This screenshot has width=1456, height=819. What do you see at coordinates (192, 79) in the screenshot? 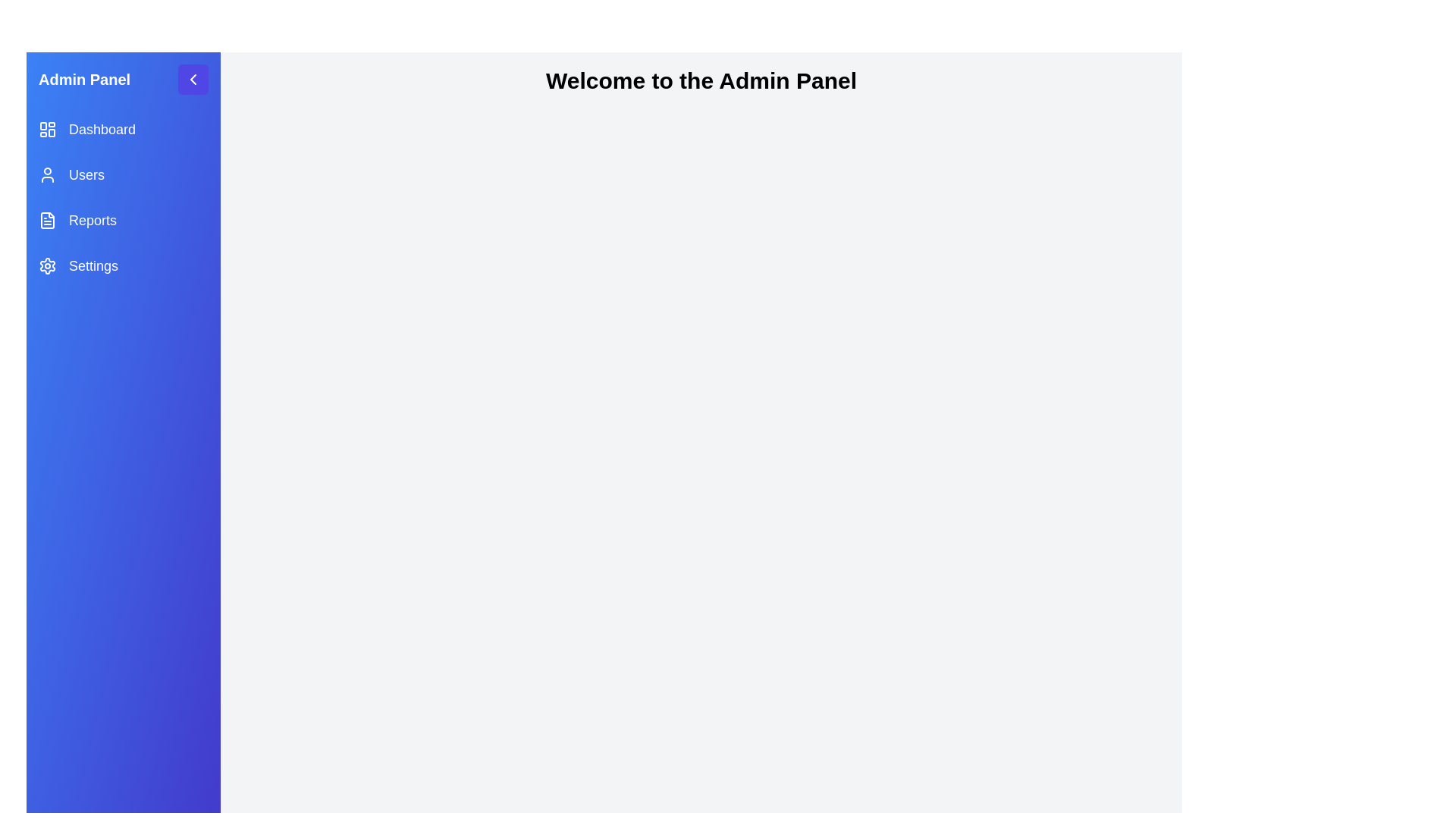
I see `the Icon (Chevron Left) located in the top-left corner of the interface within the blue sidebar panel` at bounding box center [192, 79].